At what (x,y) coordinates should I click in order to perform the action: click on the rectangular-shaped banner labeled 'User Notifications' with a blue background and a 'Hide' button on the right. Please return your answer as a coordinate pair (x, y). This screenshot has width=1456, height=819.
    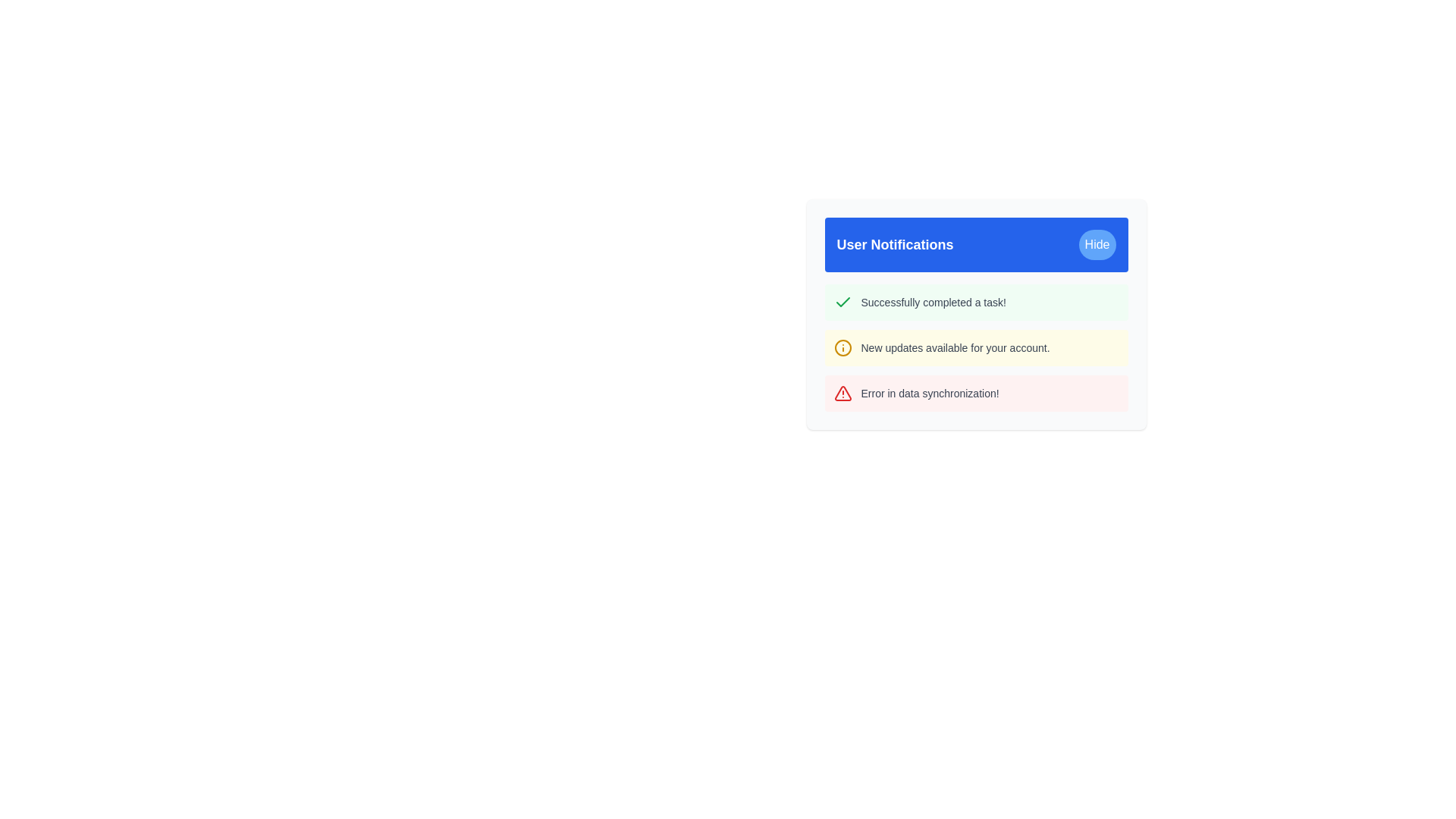
    Looking at the image, I should click on (976, 244).